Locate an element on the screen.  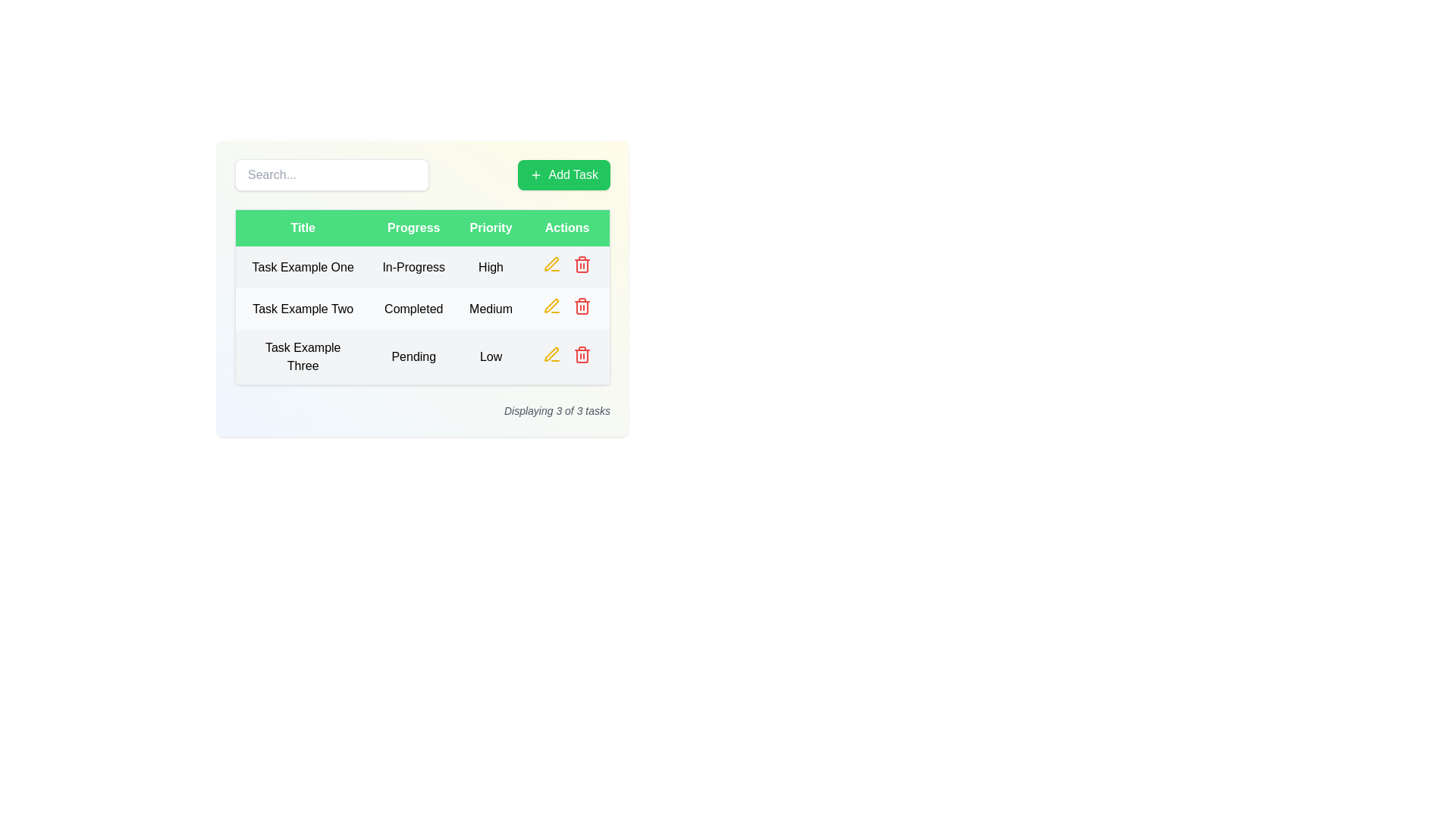
the 'Priority' header label in the table, which indicates the priority levels of tasks and is located in the third column of the header row is located at coordinates (491, 227).